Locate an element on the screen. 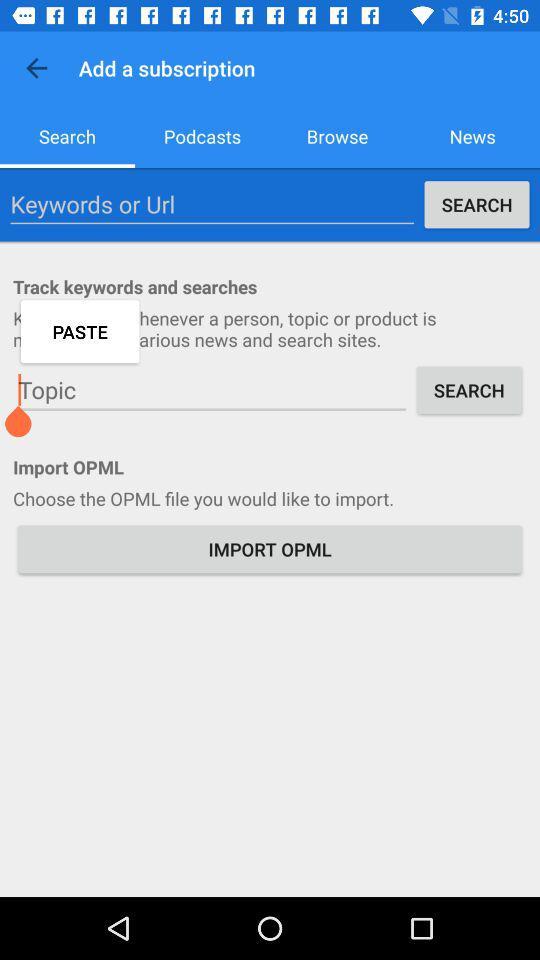 This screenshot has width=540, height=960. icon above the import opml item is located at coordinates (211, 389).